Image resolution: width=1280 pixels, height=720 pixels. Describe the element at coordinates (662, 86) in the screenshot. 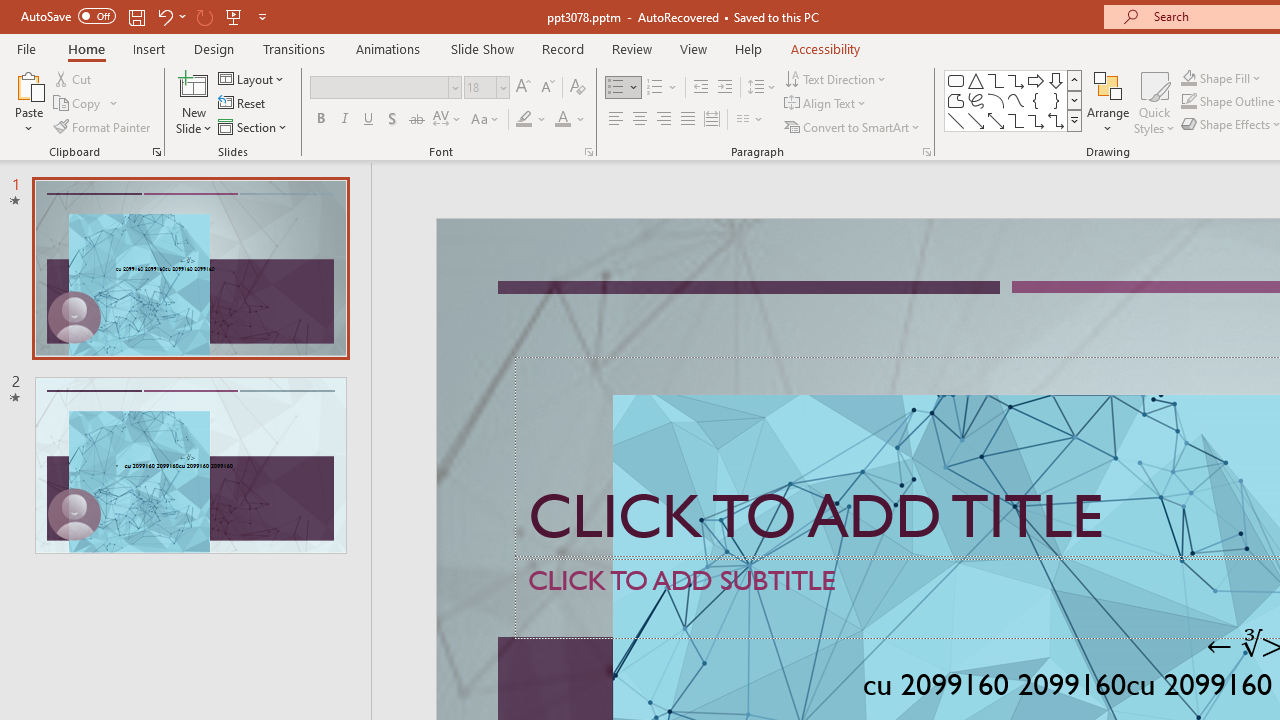

I see `'Numbering'` at that location.